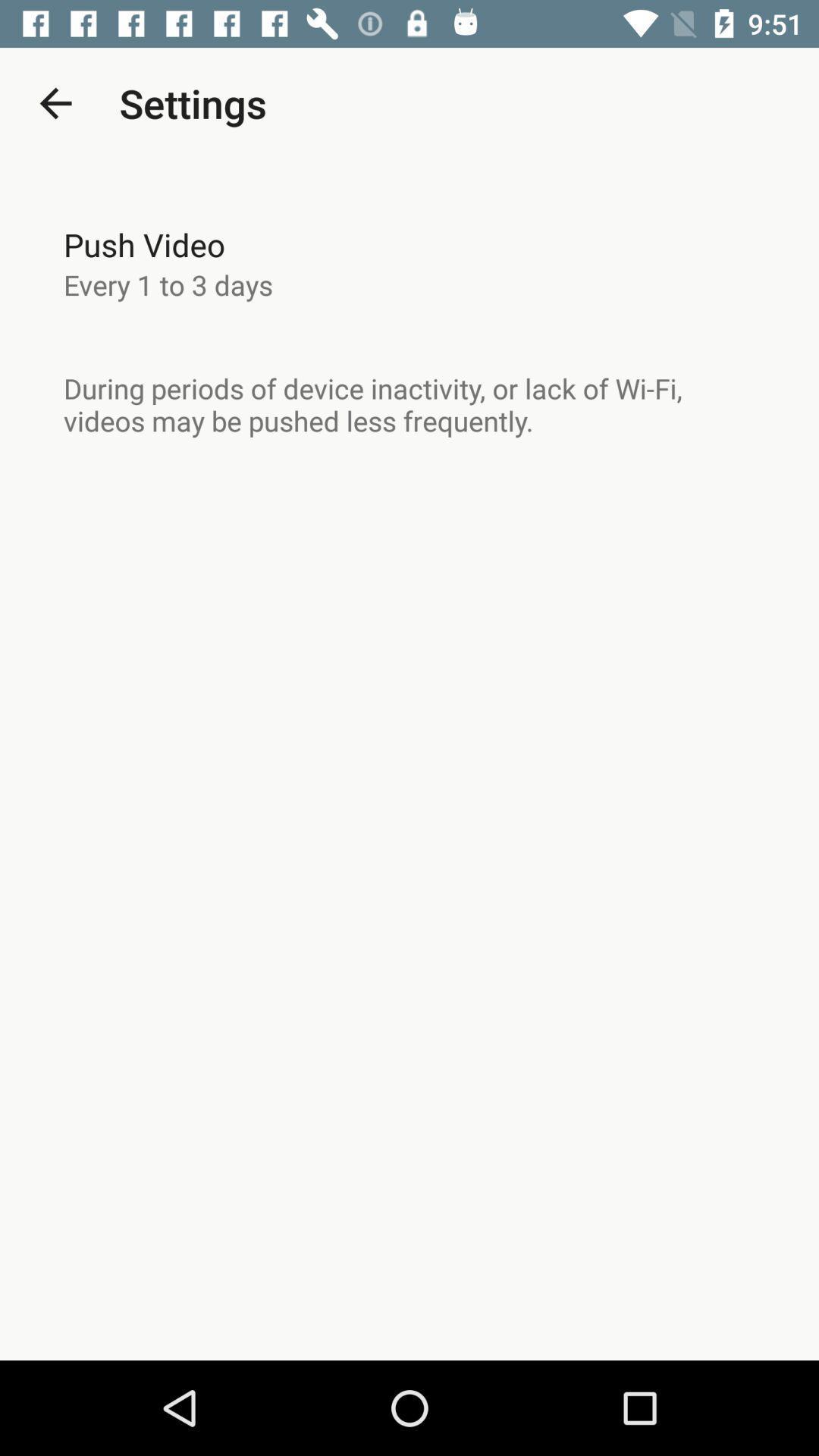 This screenshot has height=1456, width=819. Describe the element at coordinates (409, 404) in the screenshot. I see `during periods of icon` at that location.